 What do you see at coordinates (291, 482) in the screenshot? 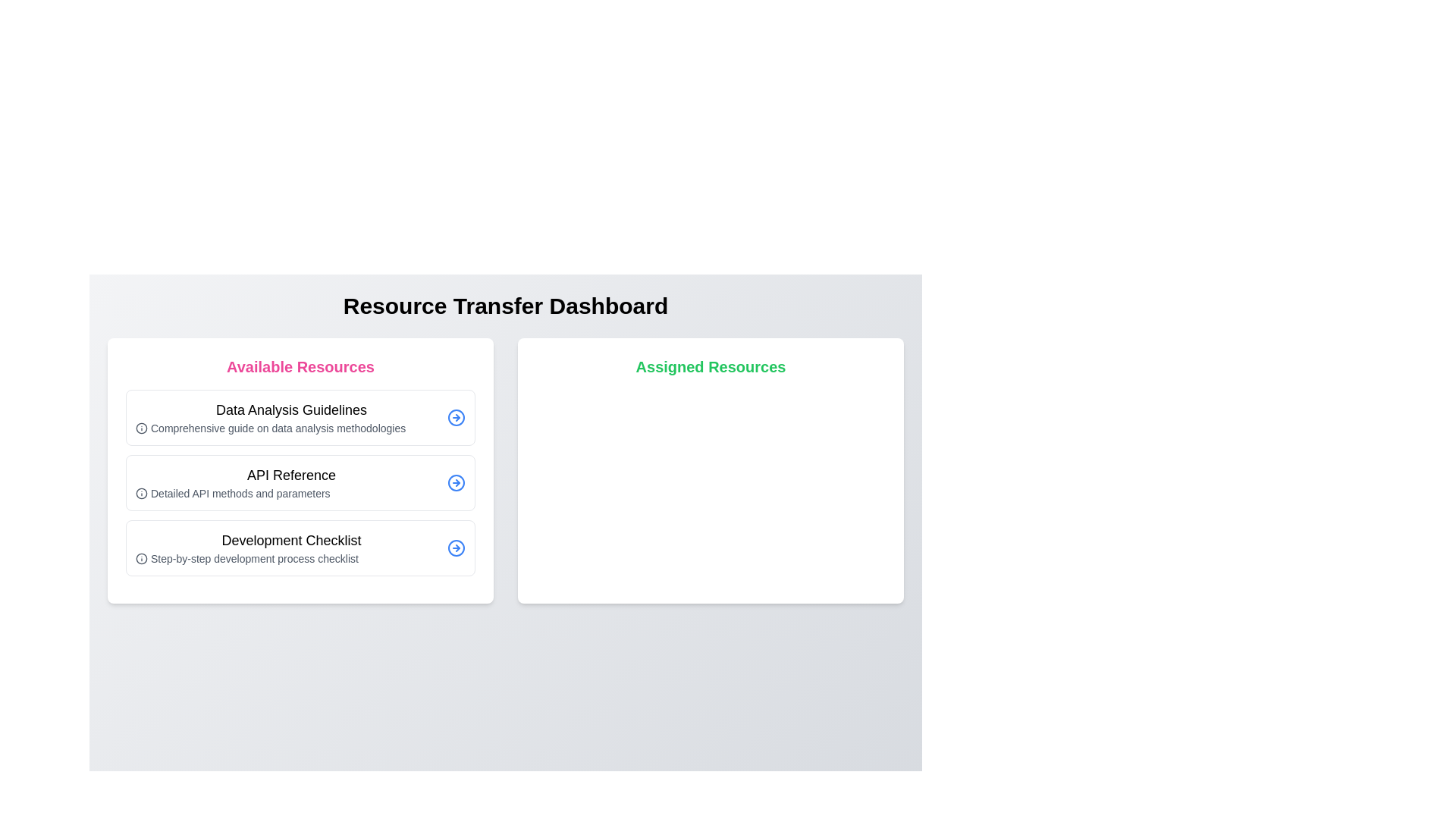
I see `the 'API Reference' Information card in the Resource Transfer Dashboard` at bounding box center [291, 482].